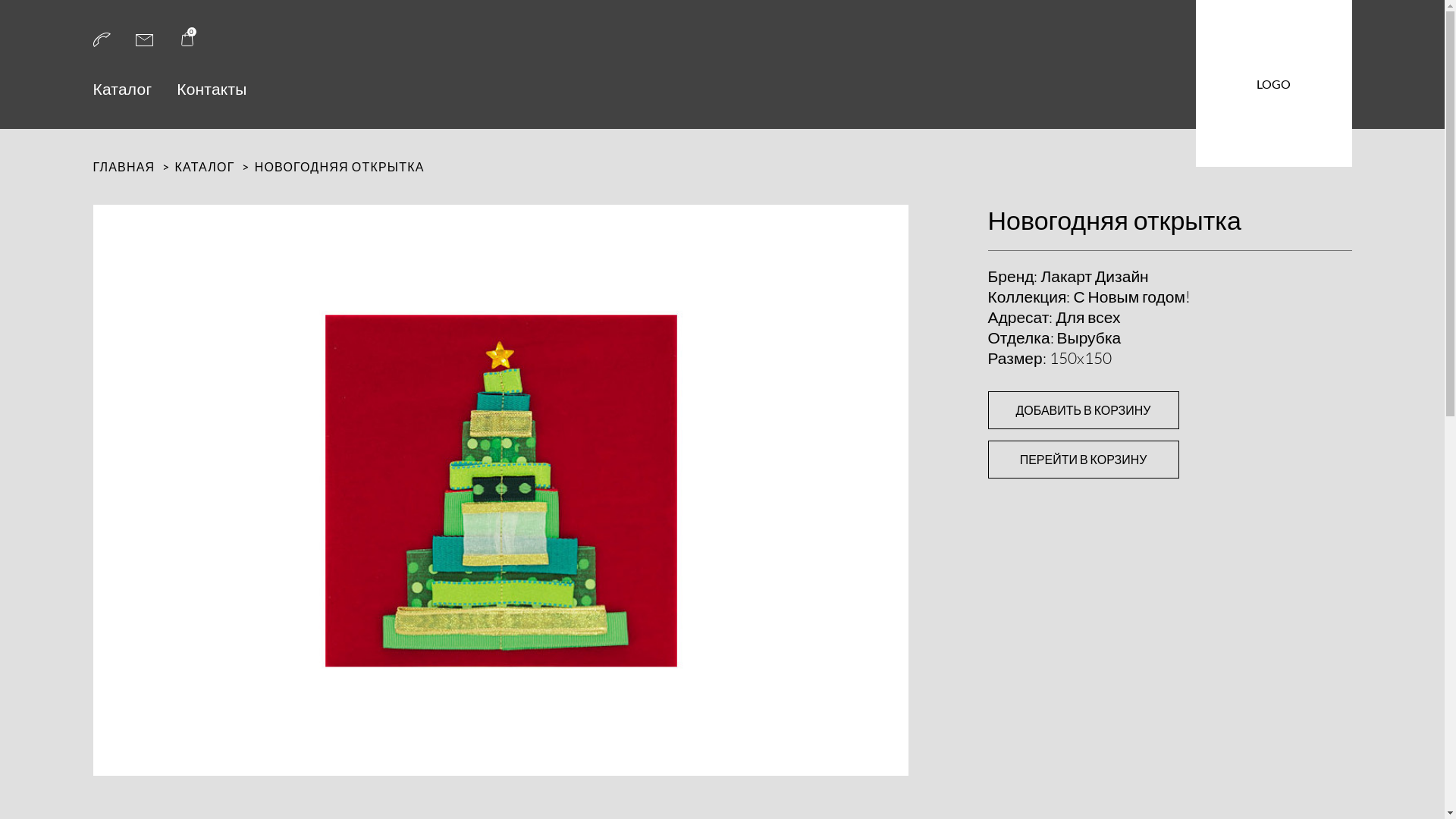 This screenshot has height=819, width=1456. What do you see at coordinates (185, 42) in the screenshot?
I see `'0'` at bounding box center [185, 42].